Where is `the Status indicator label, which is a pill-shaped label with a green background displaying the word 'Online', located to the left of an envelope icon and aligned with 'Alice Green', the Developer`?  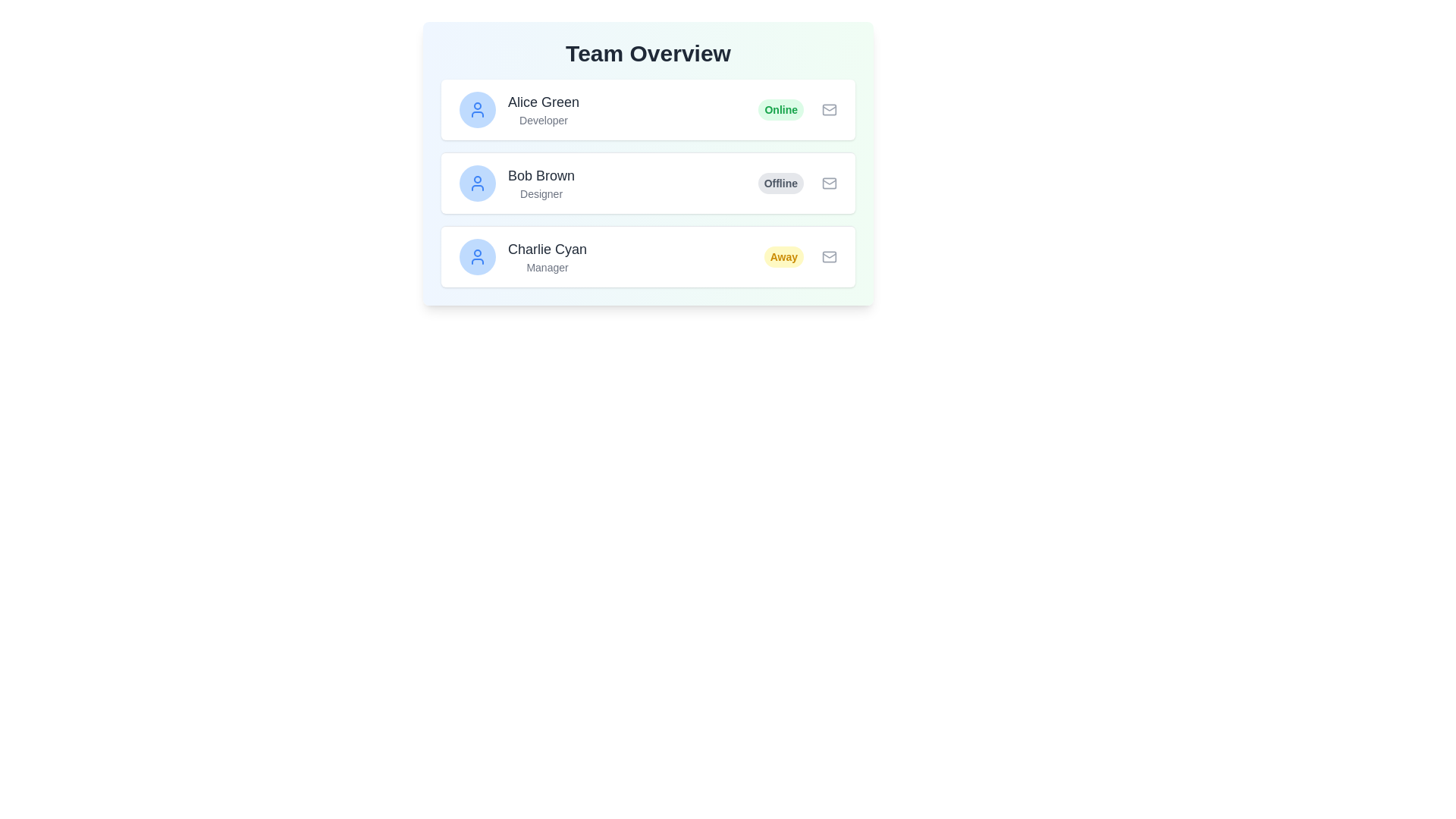 the Status indicator label, which is a pill-shaped label with a green background displaying the word 'Online', located to the left of an envelope icon and aligned with 'Alice Green', the Developer is located at coordinates (781, 109).